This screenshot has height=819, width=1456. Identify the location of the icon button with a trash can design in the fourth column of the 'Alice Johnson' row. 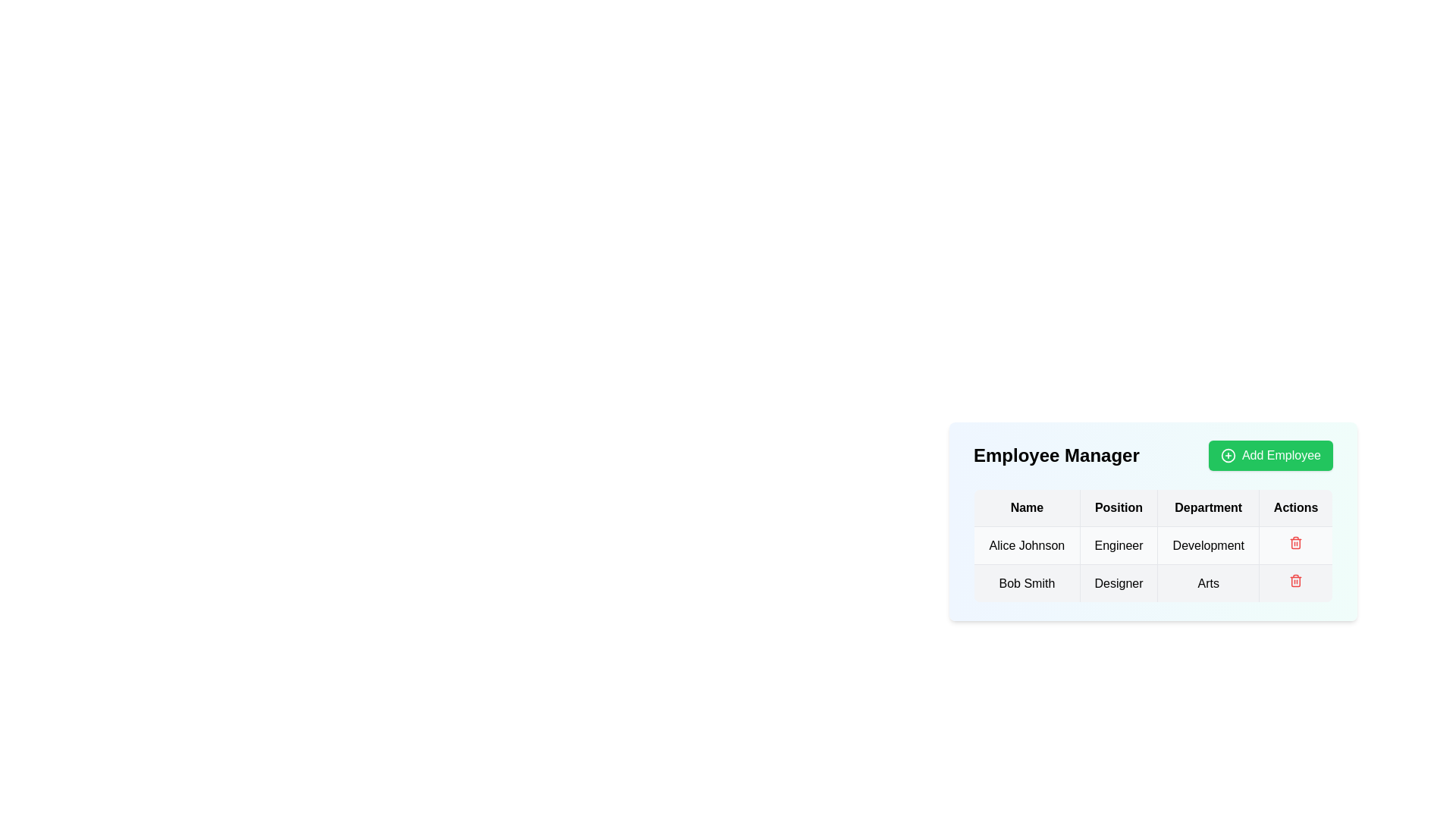
(1295, 544).